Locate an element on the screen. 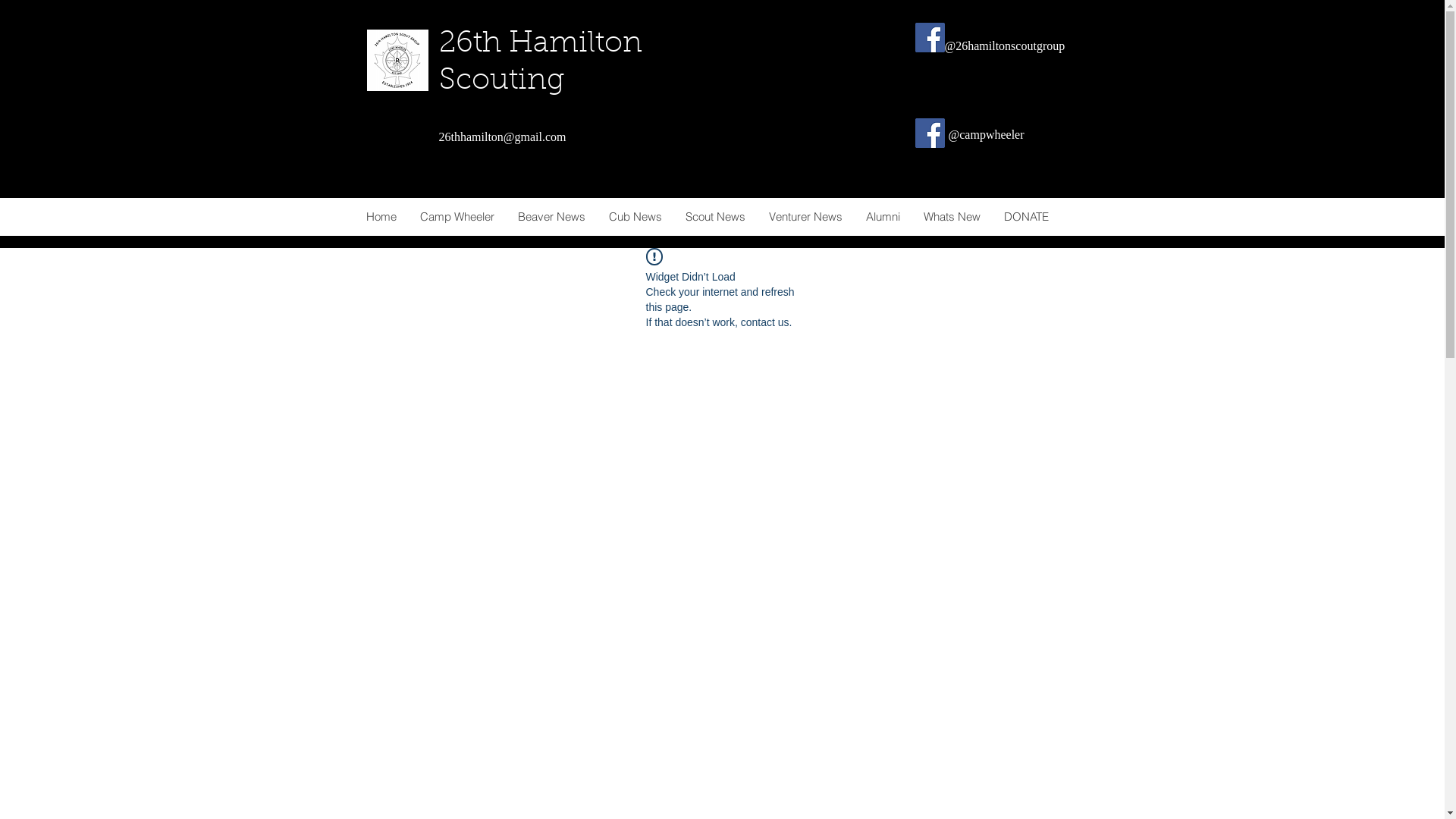 Image resolution: width=1456 pixels, height=819 pixels. '26thhamilton@gmail.com' is located at coordinates (502, 136).